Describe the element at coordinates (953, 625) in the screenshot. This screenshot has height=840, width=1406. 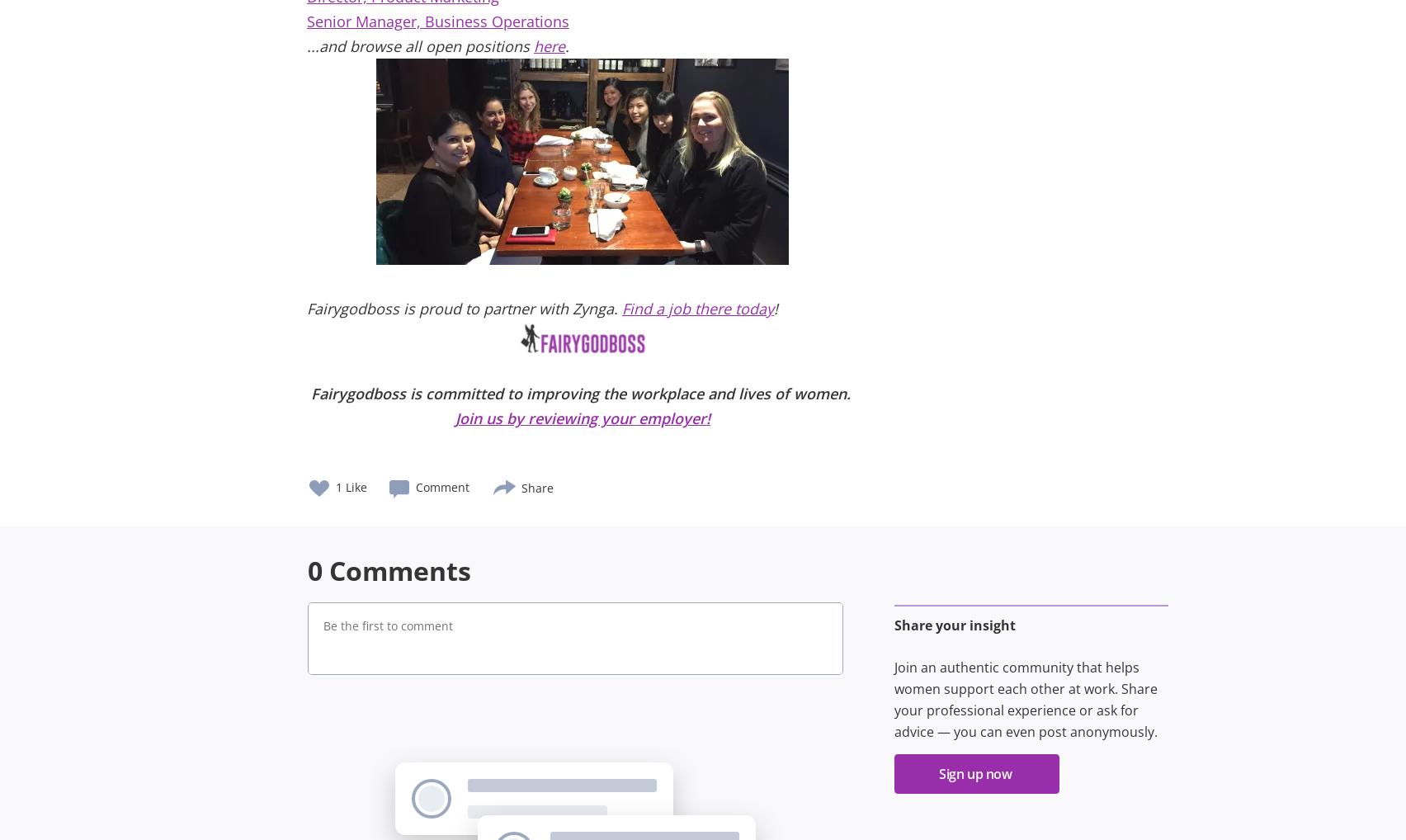
I see `'Share your insight'` at that location.